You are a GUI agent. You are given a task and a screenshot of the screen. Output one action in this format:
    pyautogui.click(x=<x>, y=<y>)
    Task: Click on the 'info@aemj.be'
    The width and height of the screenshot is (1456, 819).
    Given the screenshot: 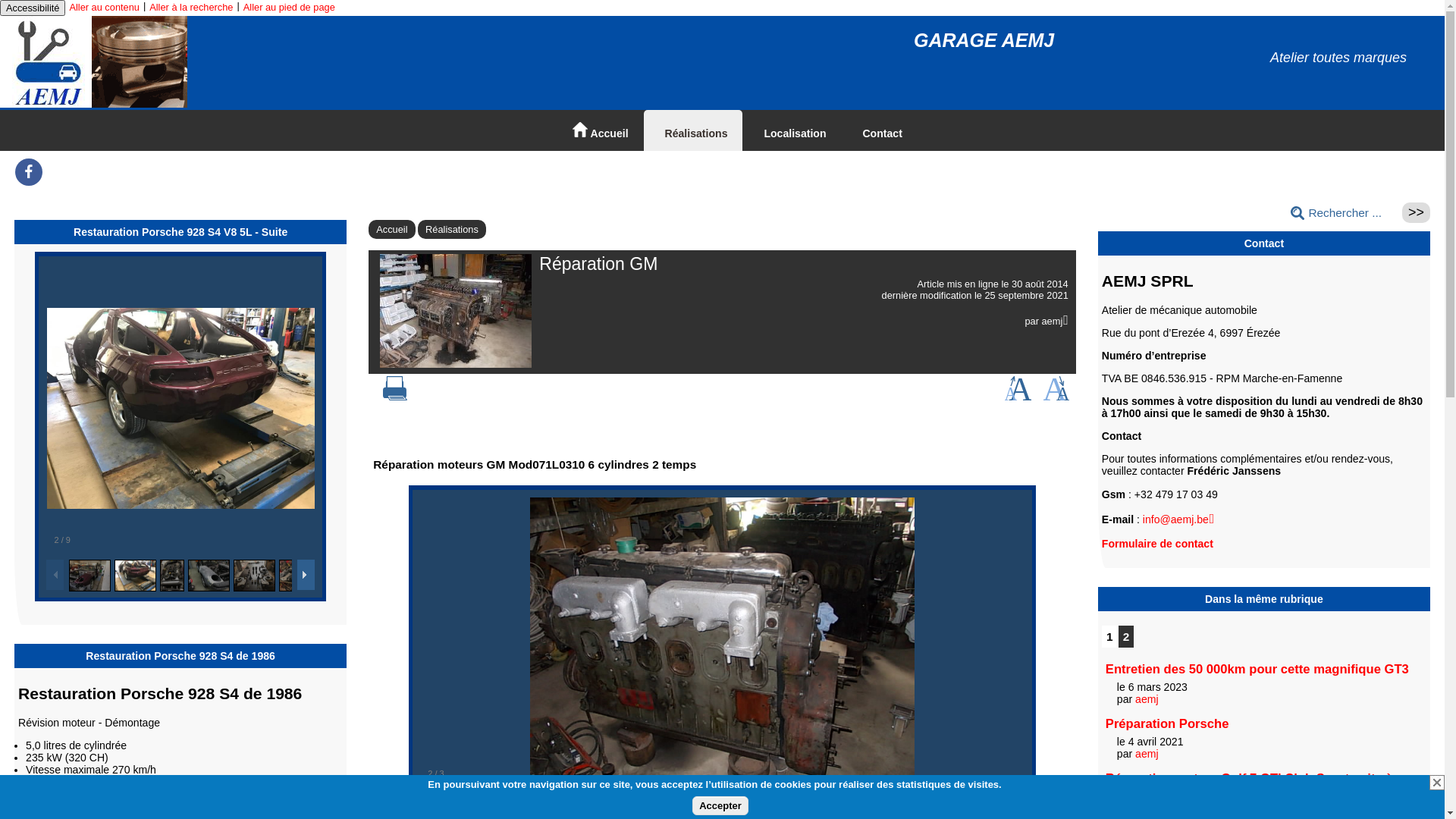 What is the action you would take?
    pyautogui.click(x=1178, y=519)
    